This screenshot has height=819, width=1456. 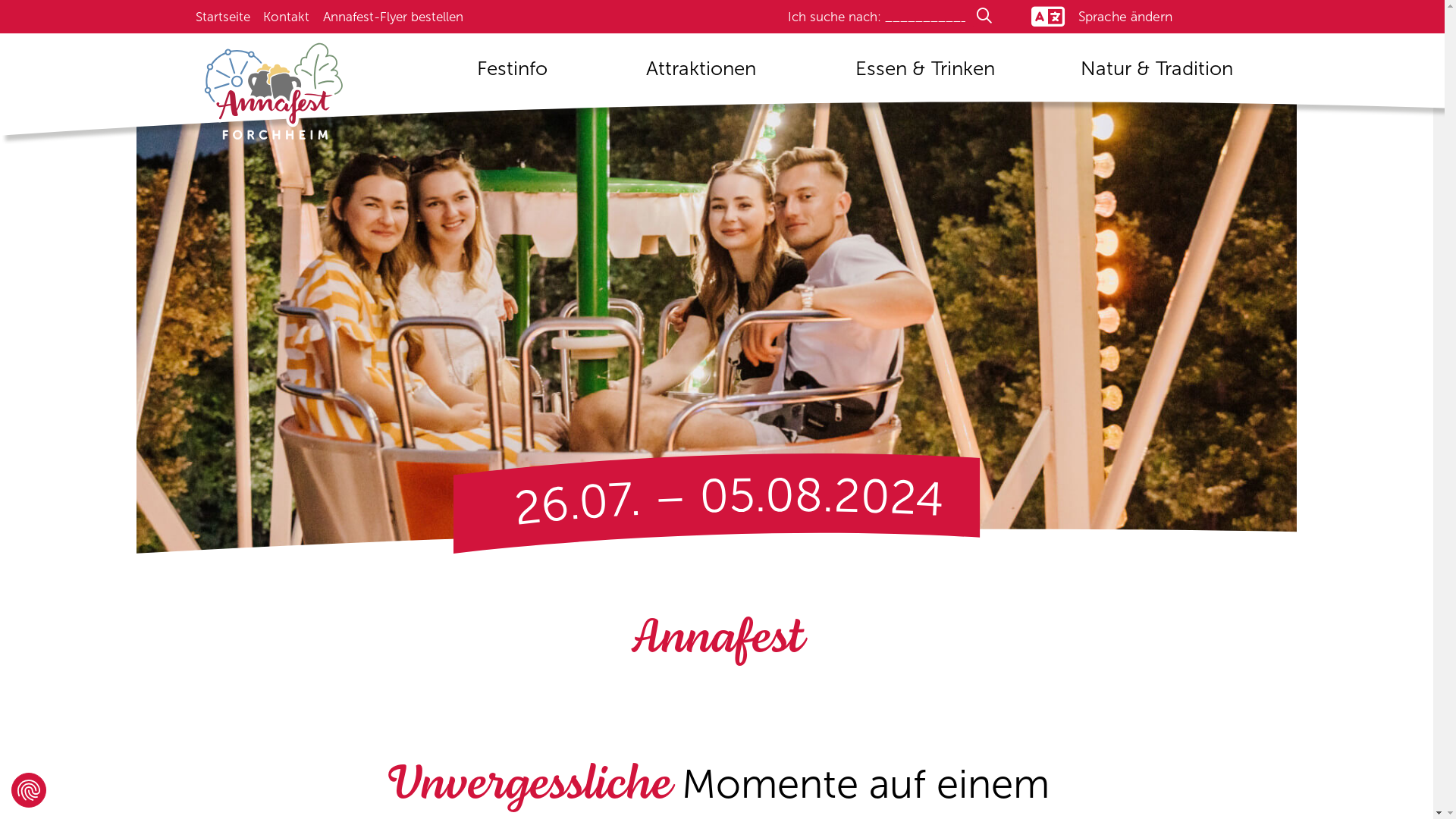 What do you see at coordinates (1156, 74) in the screenshot?
I see `'Natur & Tradition'` at bounding box center [1156, 74].